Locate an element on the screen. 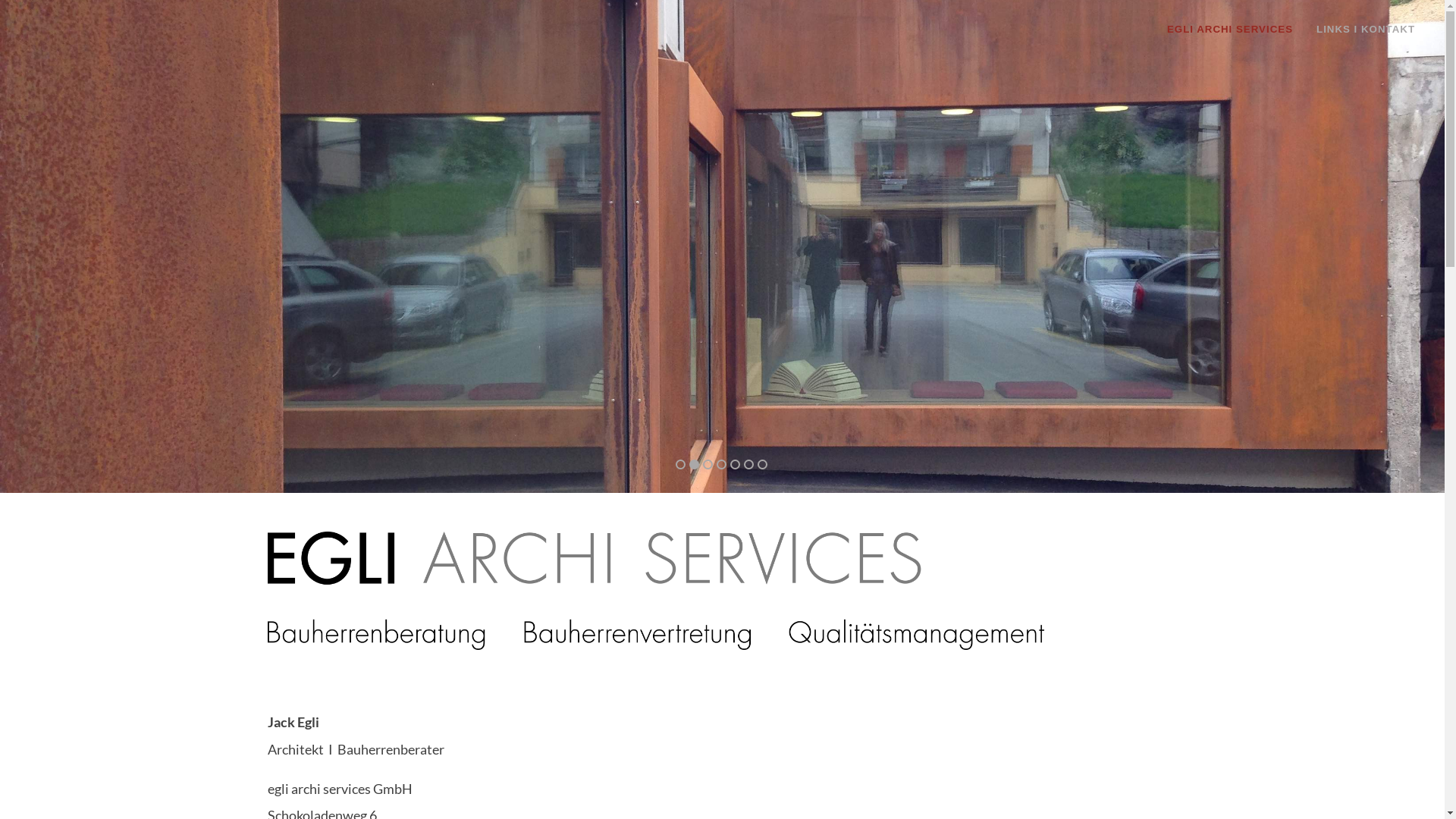 Image resolution: width=1456 pixels, height=819 pixels. '2' is located at coordinates (691, 463).